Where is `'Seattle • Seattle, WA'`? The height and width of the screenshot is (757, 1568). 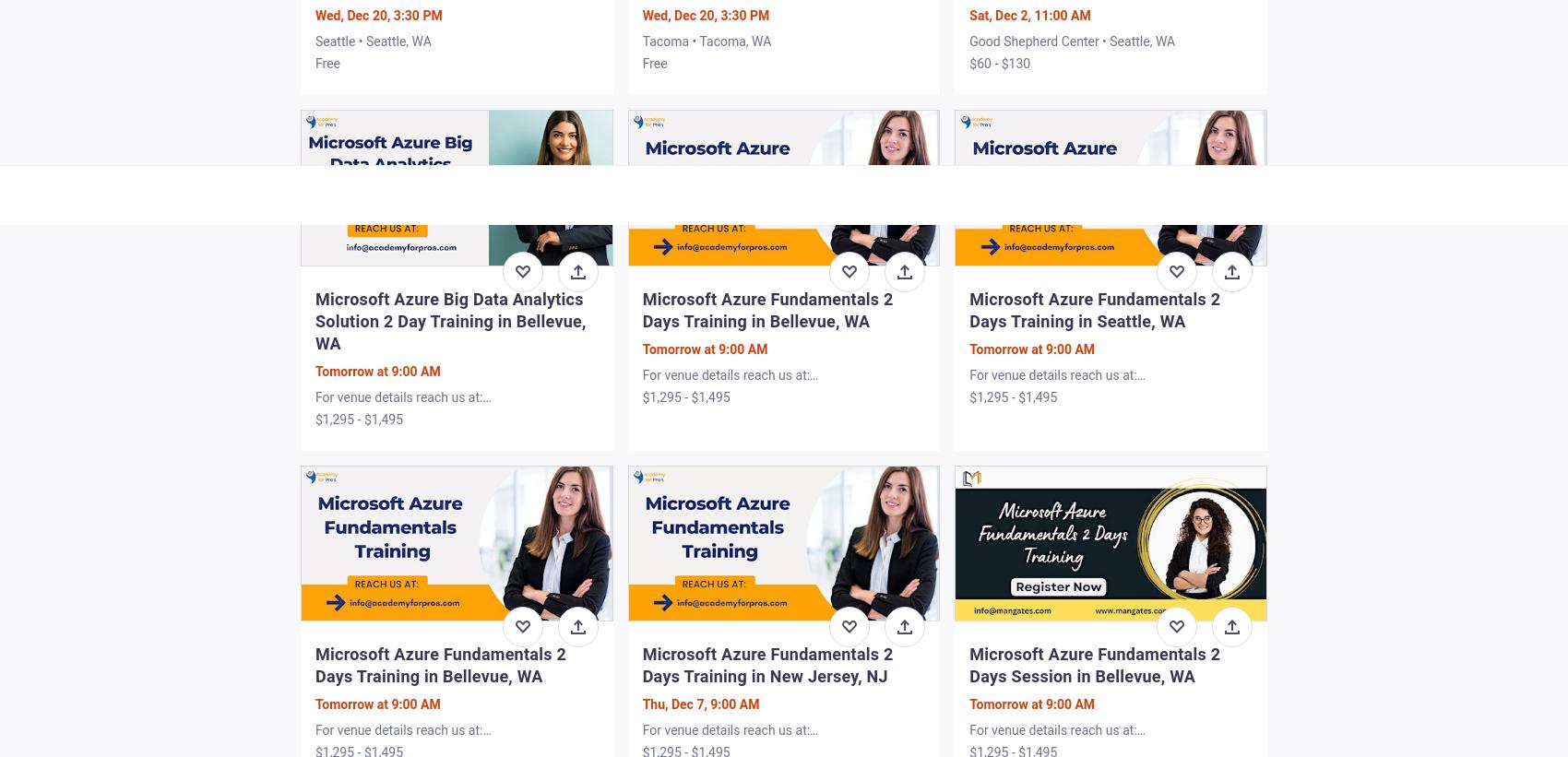 'Seattle • Seattle, WA' is located at coordinates (372, 40).